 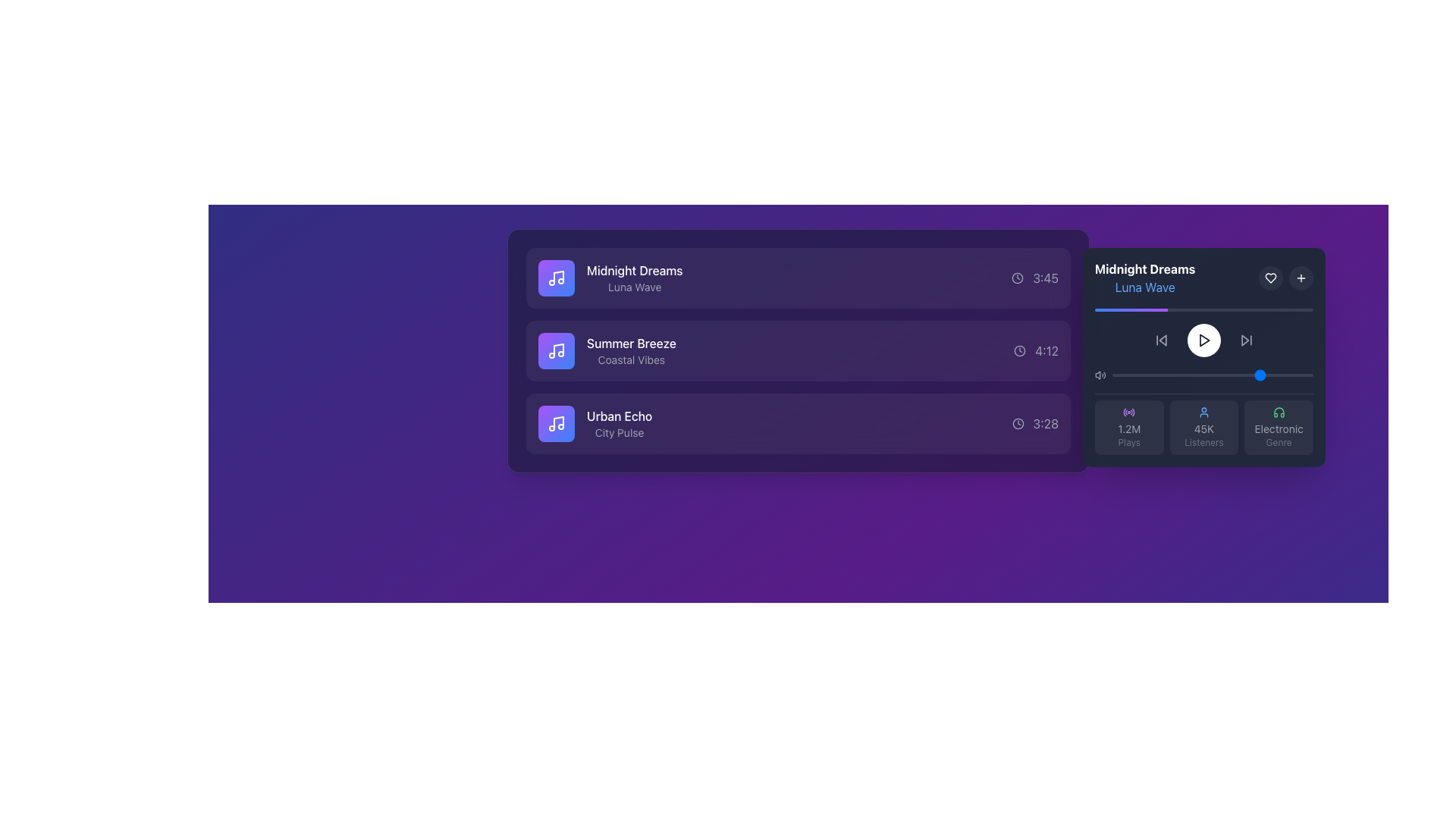 I want to click on the small clock icon located to the left of the '4:12' time text in the second row of the media list for the track 'Summer Breeze', so click(x=1020, y=350).